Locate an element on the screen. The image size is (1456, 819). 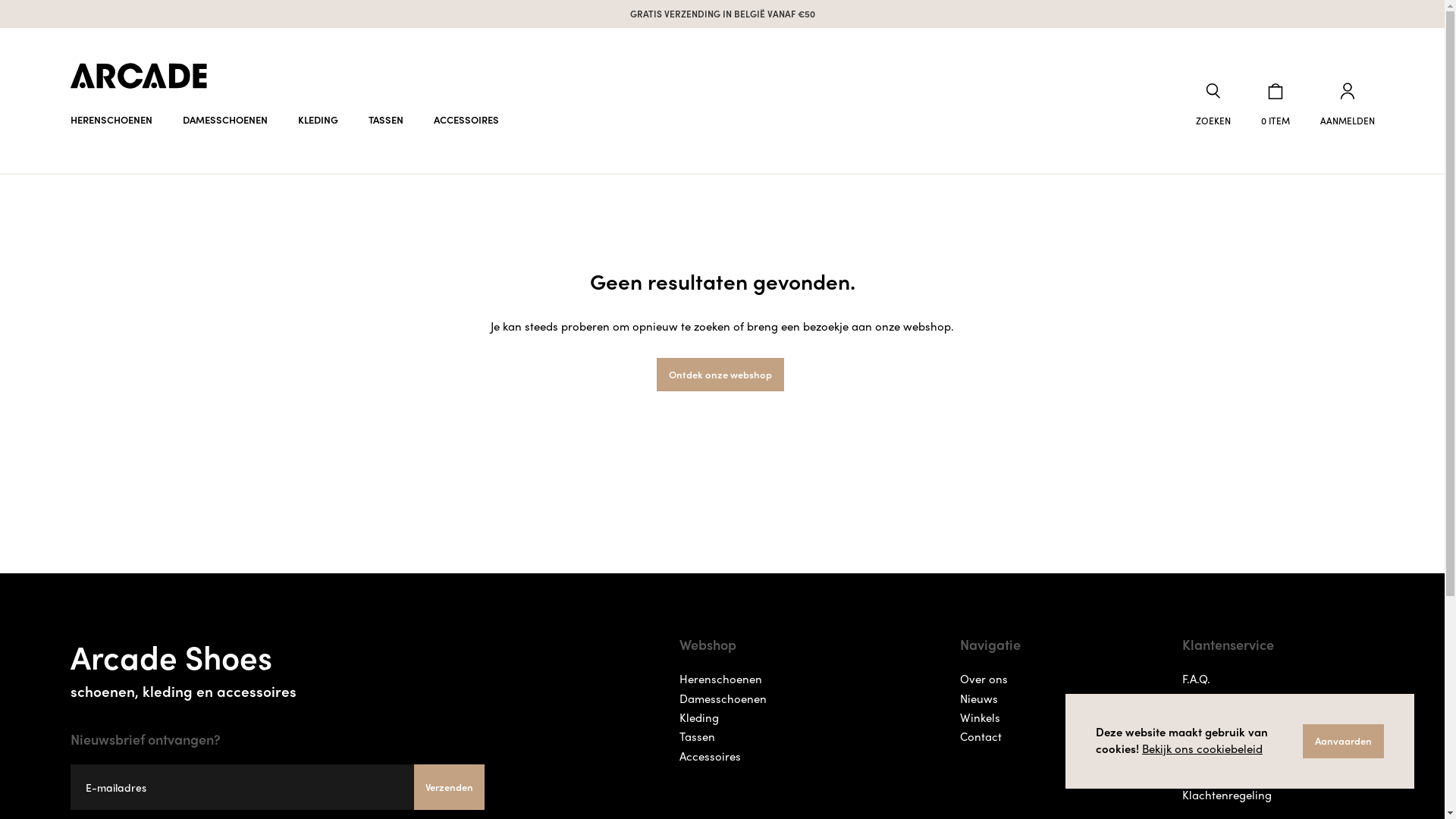
'KLEDING' is located at coordinates (316, 118).